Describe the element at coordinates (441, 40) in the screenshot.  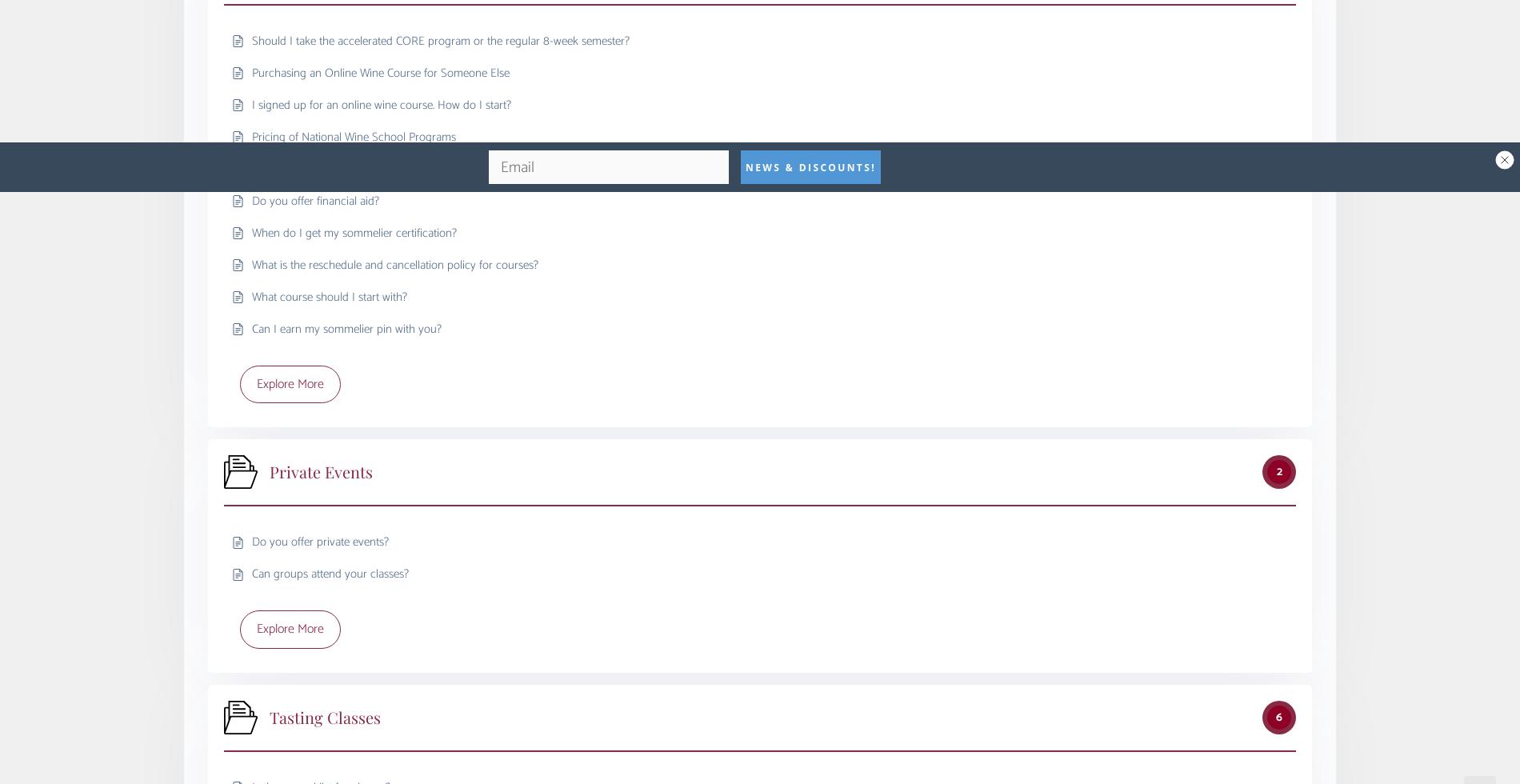
I see `'Should I take the accelerated CORE program or the regular 8-week semester?'` at that location.